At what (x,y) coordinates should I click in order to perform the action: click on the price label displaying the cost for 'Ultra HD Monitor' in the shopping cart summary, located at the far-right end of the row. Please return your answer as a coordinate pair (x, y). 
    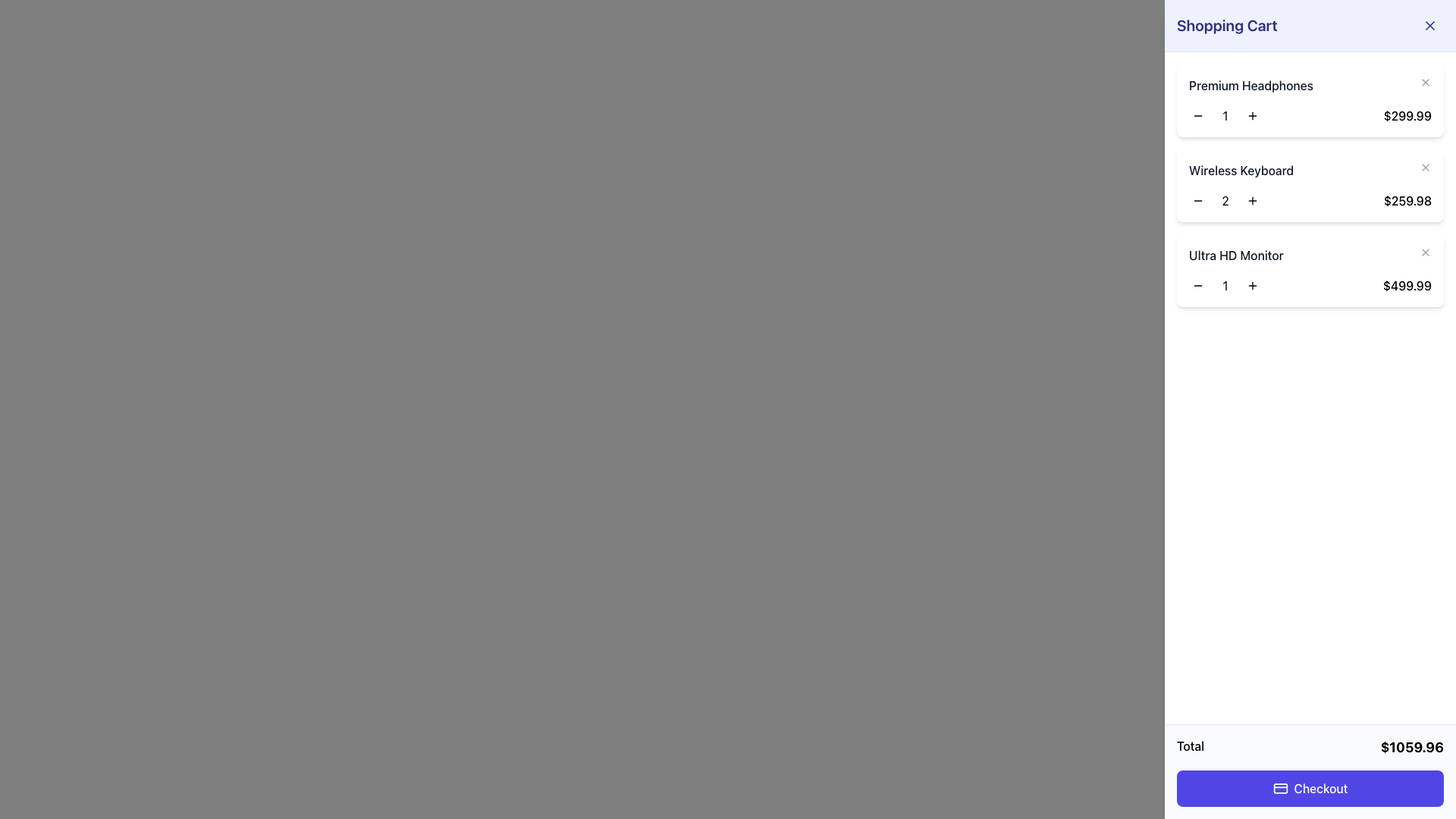
    Looking at the image, I should click on (1406, 286).